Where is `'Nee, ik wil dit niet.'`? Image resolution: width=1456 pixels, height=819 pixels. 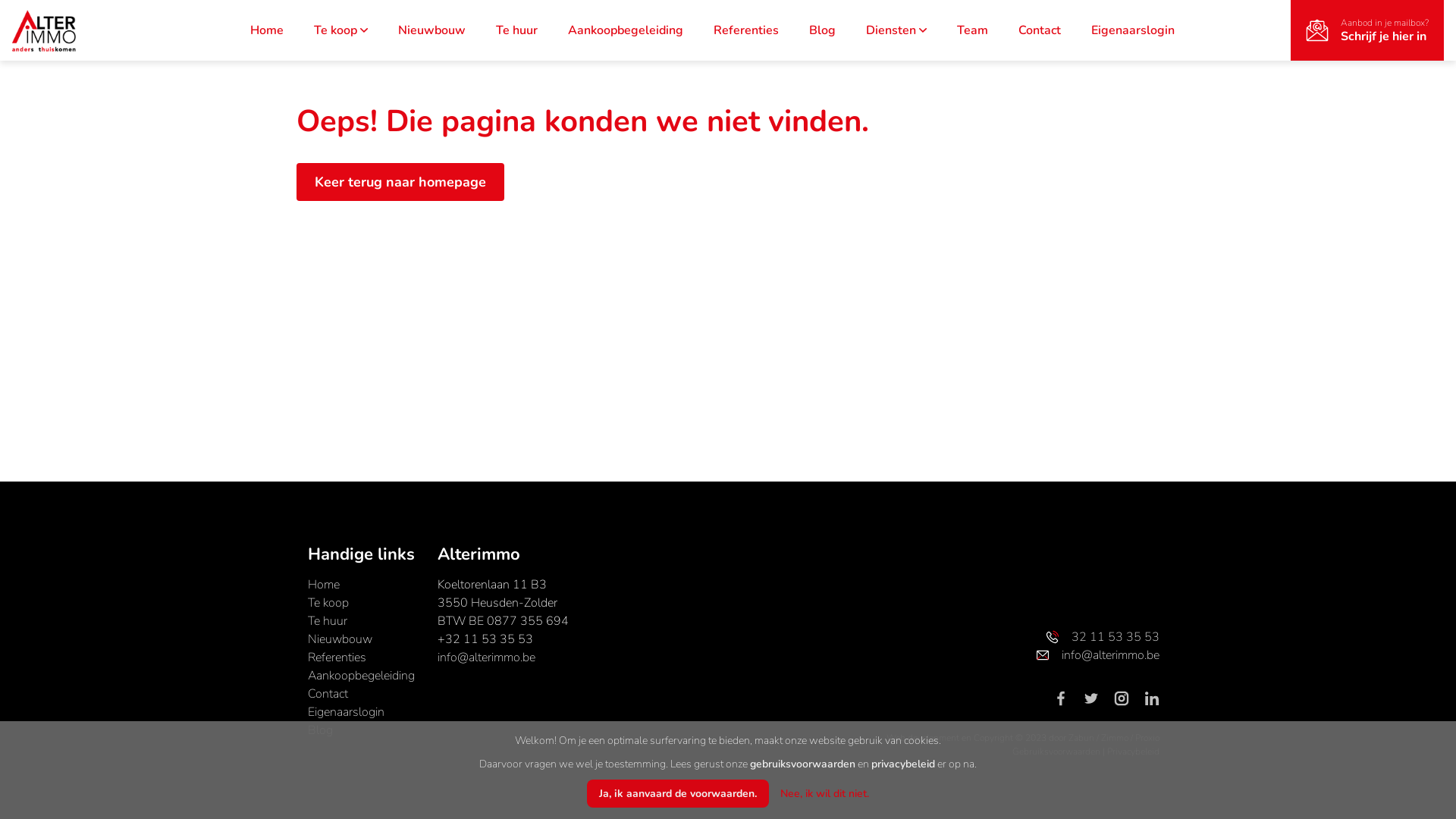
'Nee, ik wil dit niet.' is located at coordinates (824, 792).